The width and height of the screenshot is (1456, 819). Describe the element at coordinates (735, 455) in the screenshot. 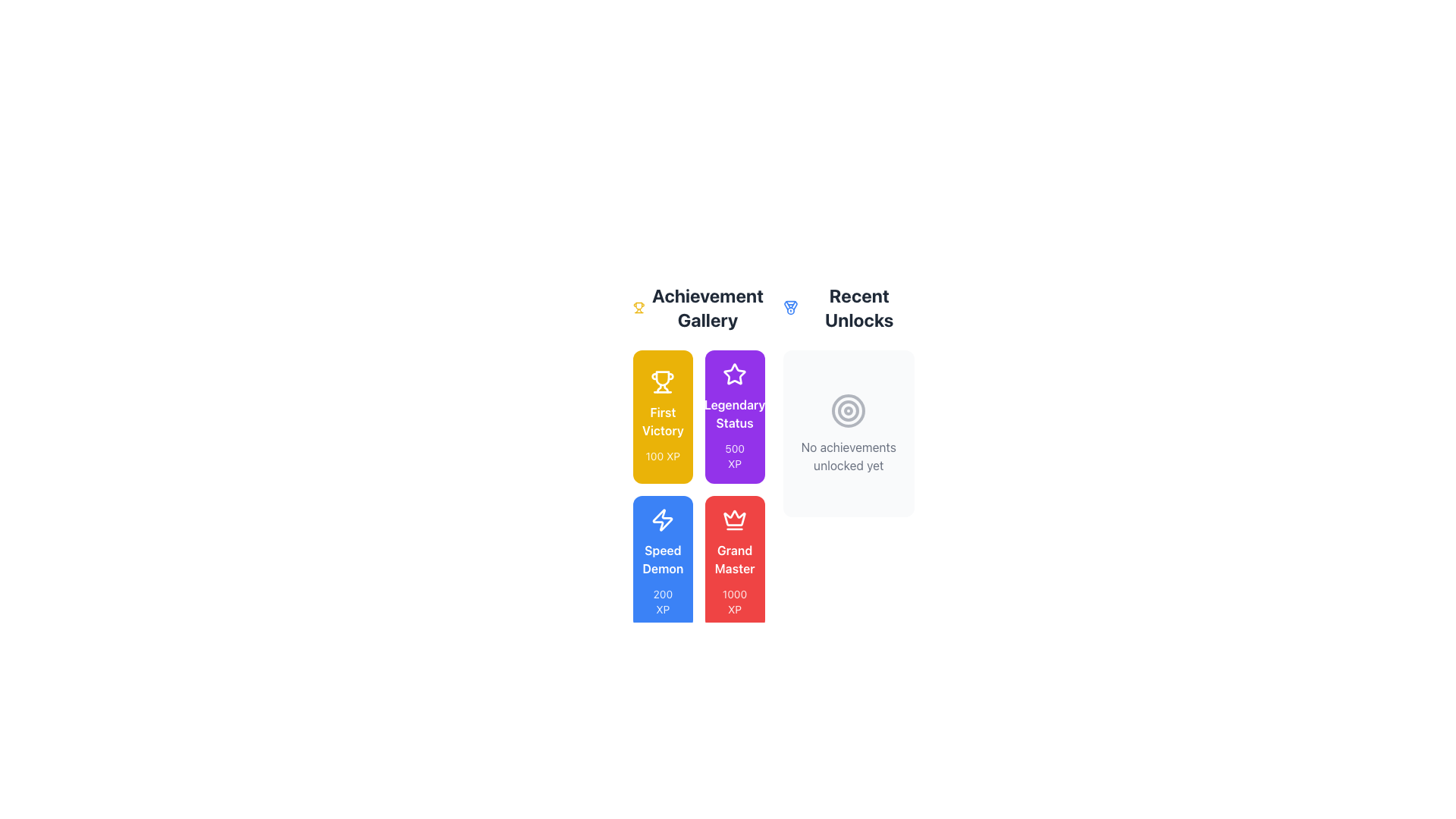

I see `the experience points (XP) display of the 'Legendary Status' achievement within the purple card in the second column, second row of the 'Achievement Gallery' grid` at that location.